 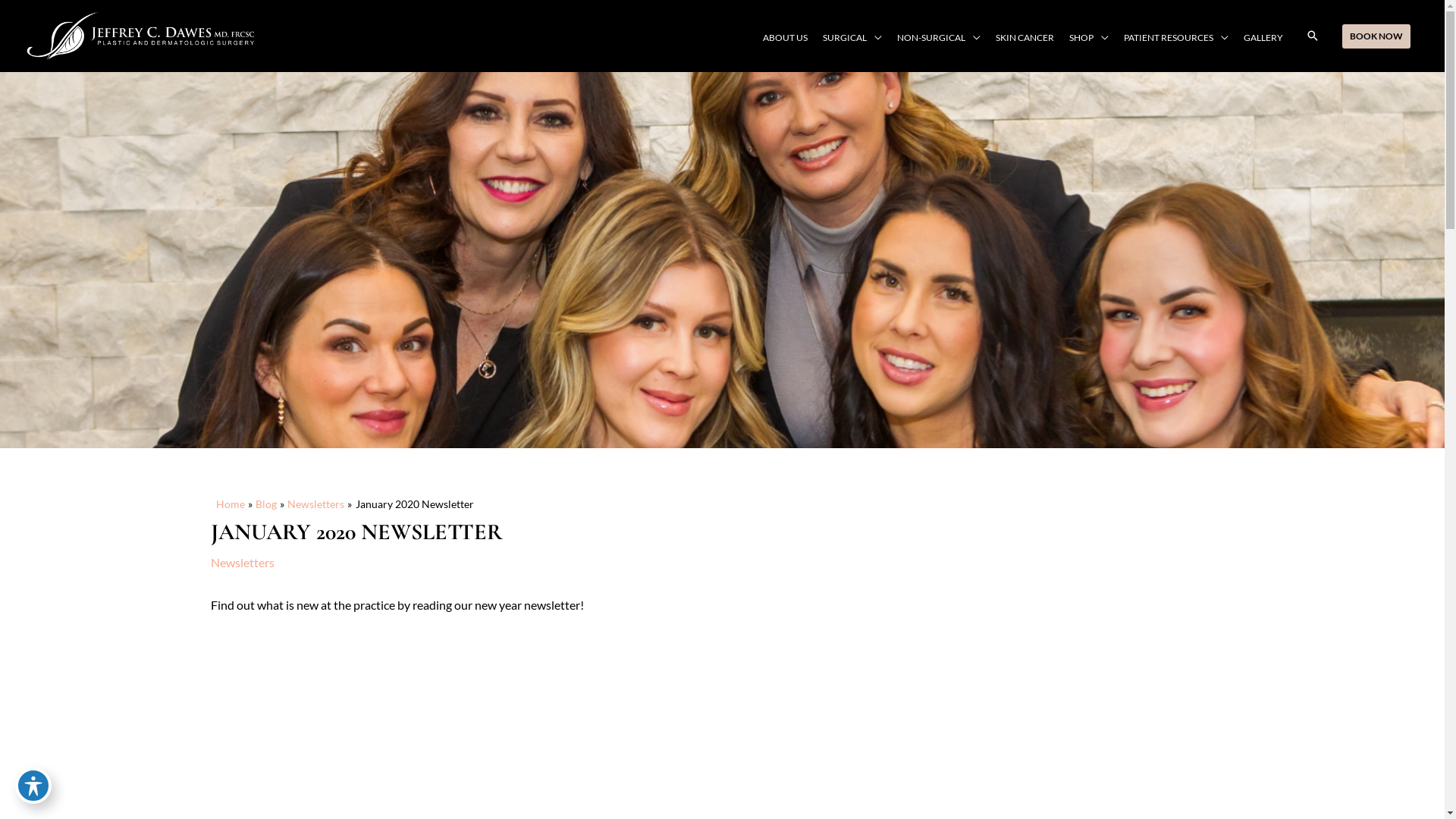 I want to click on 'BOOK NOW', so click(x=1376, y=35).